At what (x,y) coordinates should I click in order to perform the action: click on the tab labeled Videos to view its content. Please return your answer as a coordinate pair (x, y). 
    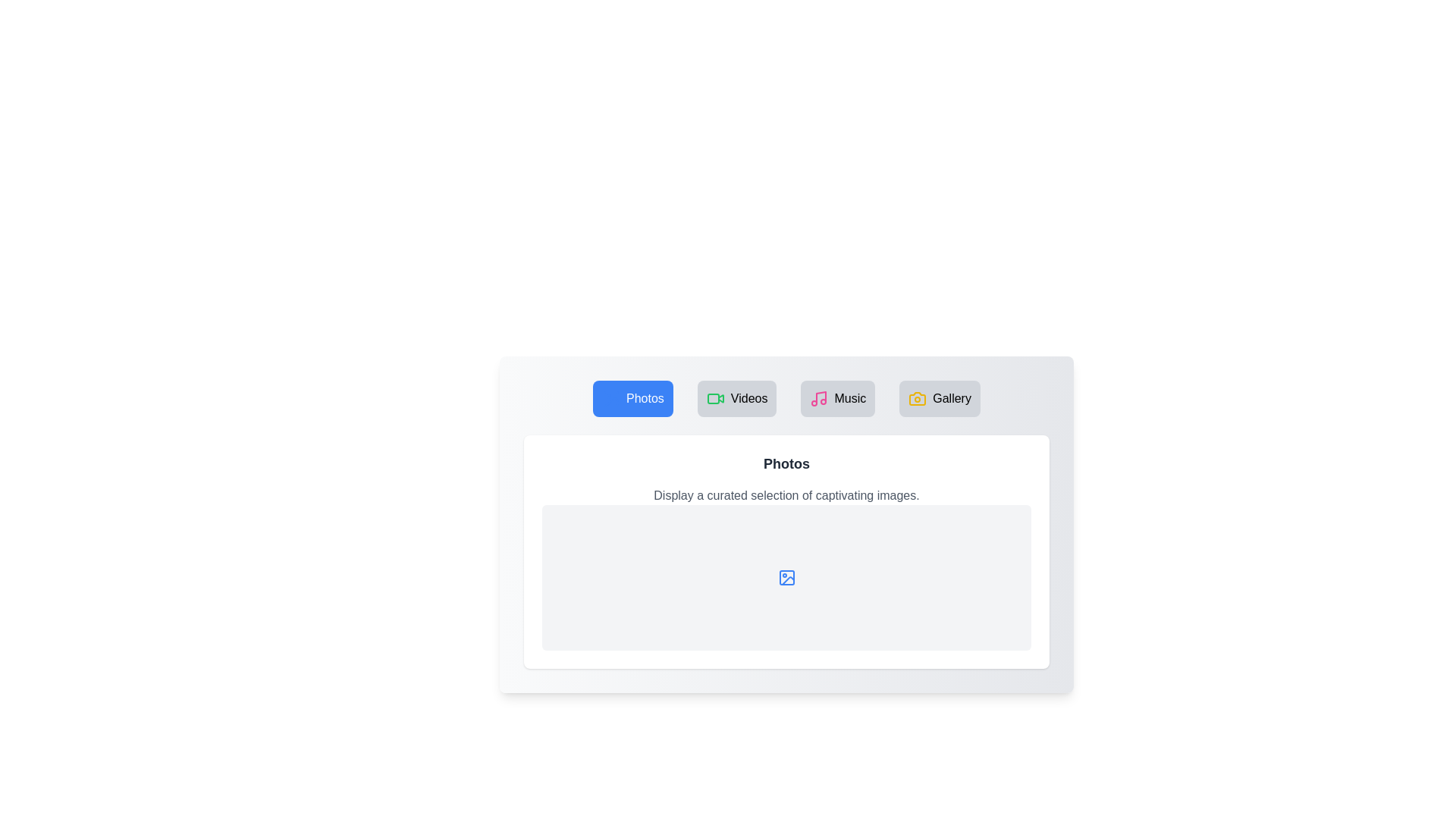
    Looking at the image, I should click on (737, 397).